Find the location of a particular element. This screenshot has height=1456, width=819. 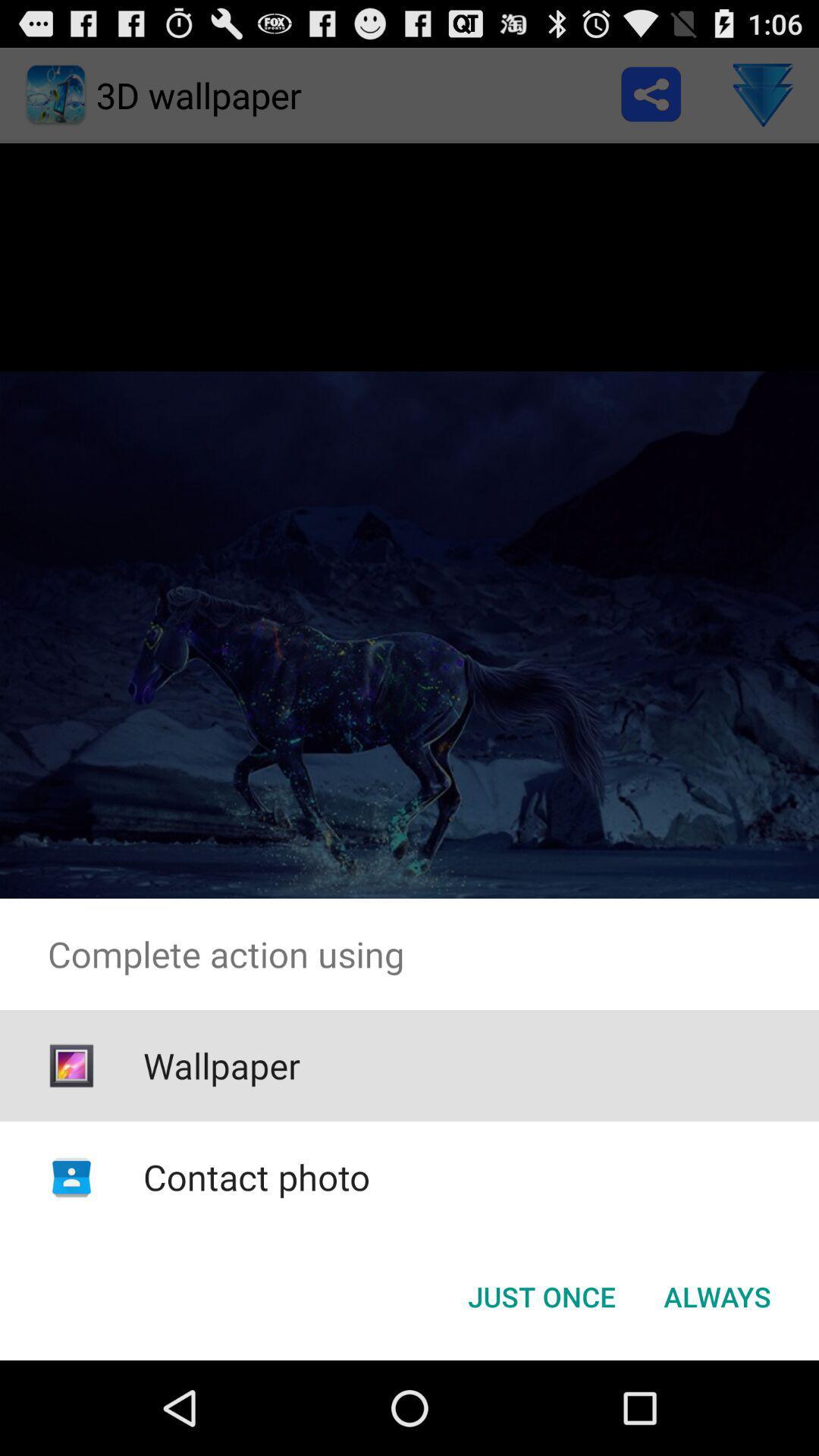

icon at the bottom is located at coordinates (541, 1295).